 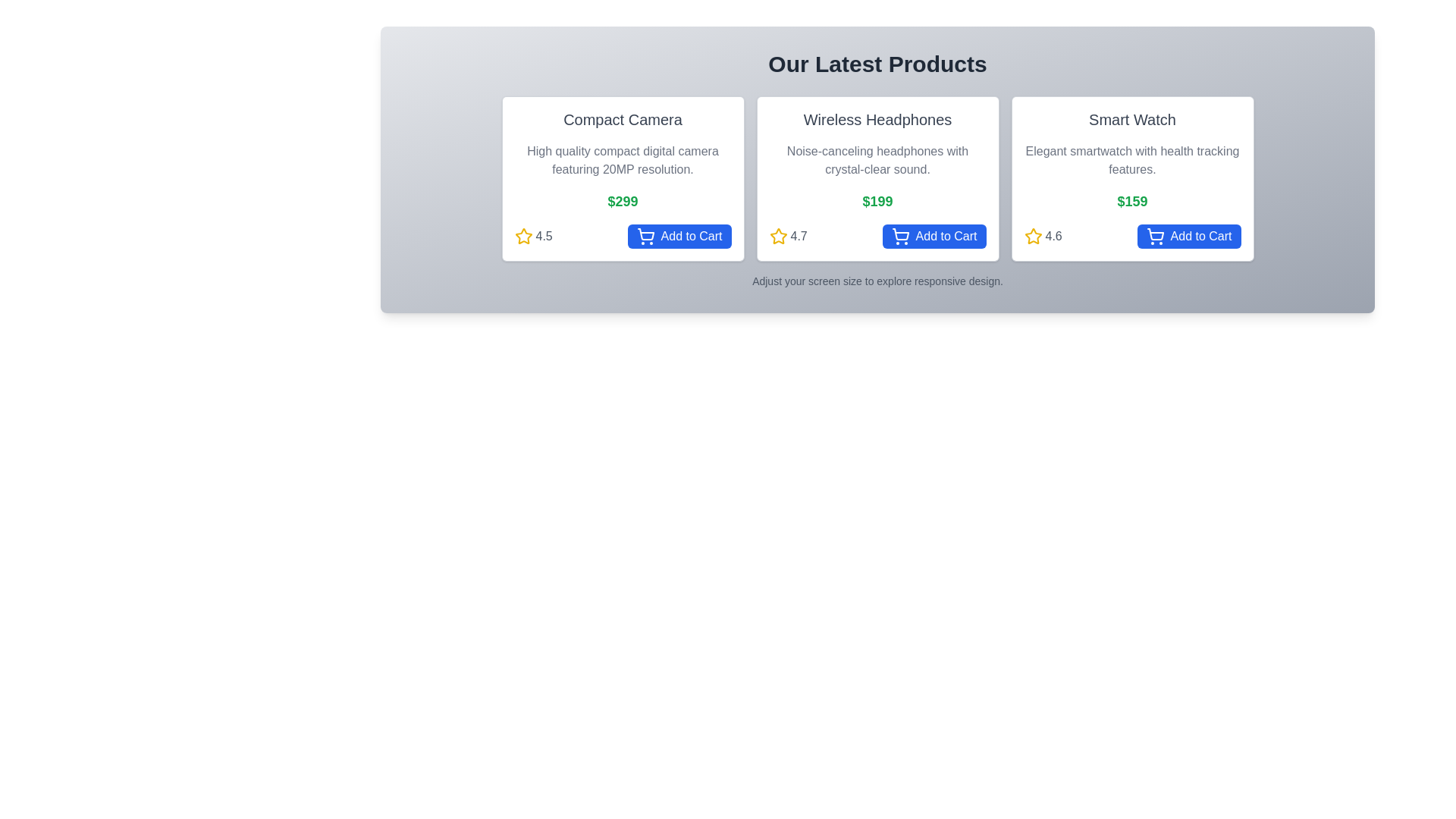 I want to click on the 'Add to Cart' button with a blue background and white text located below the product name 'Wireless Headphones' and price '$199', so click(x=934, y=237).